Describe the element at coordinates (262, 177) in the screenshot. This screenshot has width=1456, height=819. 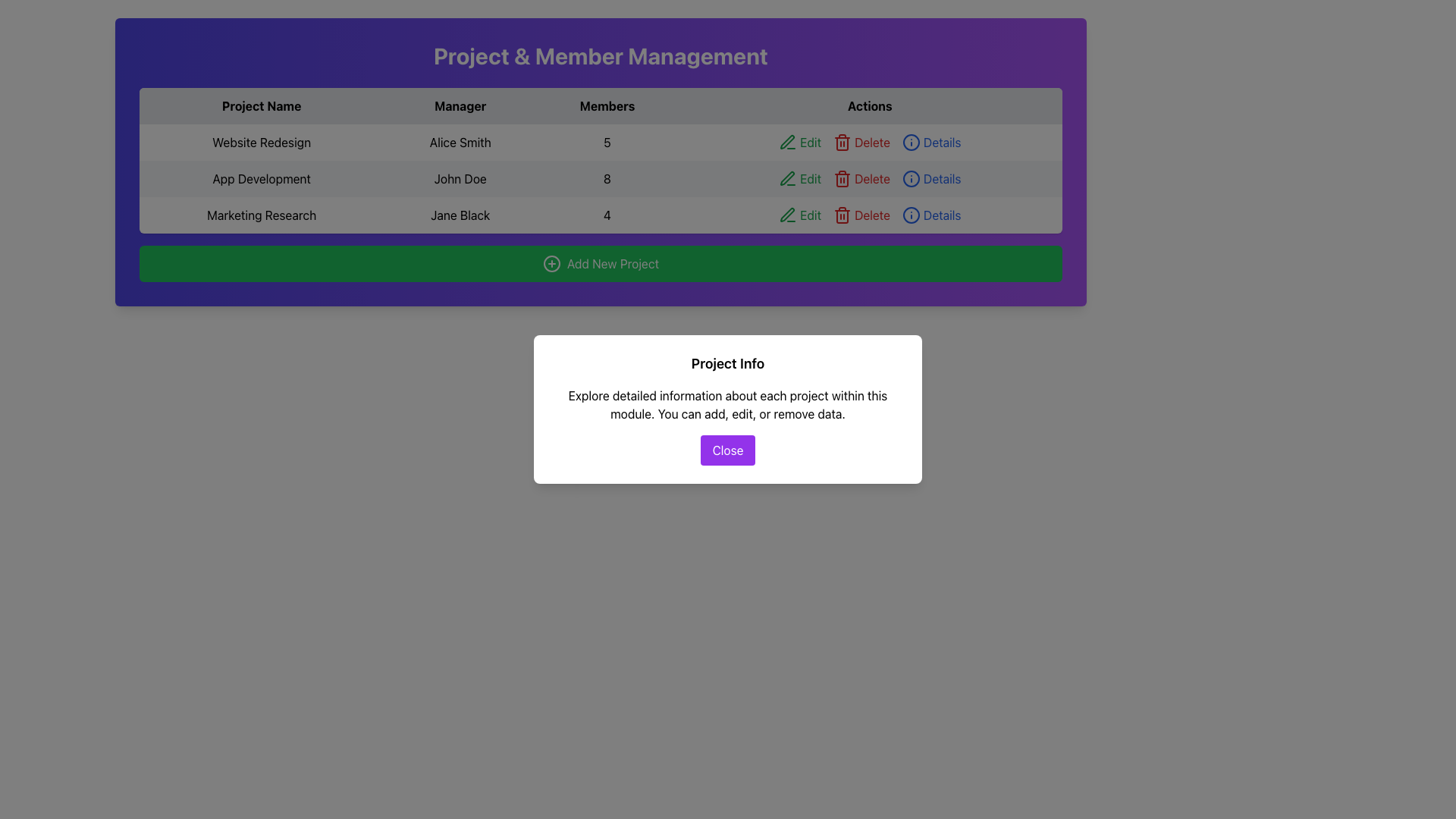
I see `the static text label 'App Development' located in the first cell under the 'Project Name' column in the second row of the table in the 'Project & Member Management' section` at that location.